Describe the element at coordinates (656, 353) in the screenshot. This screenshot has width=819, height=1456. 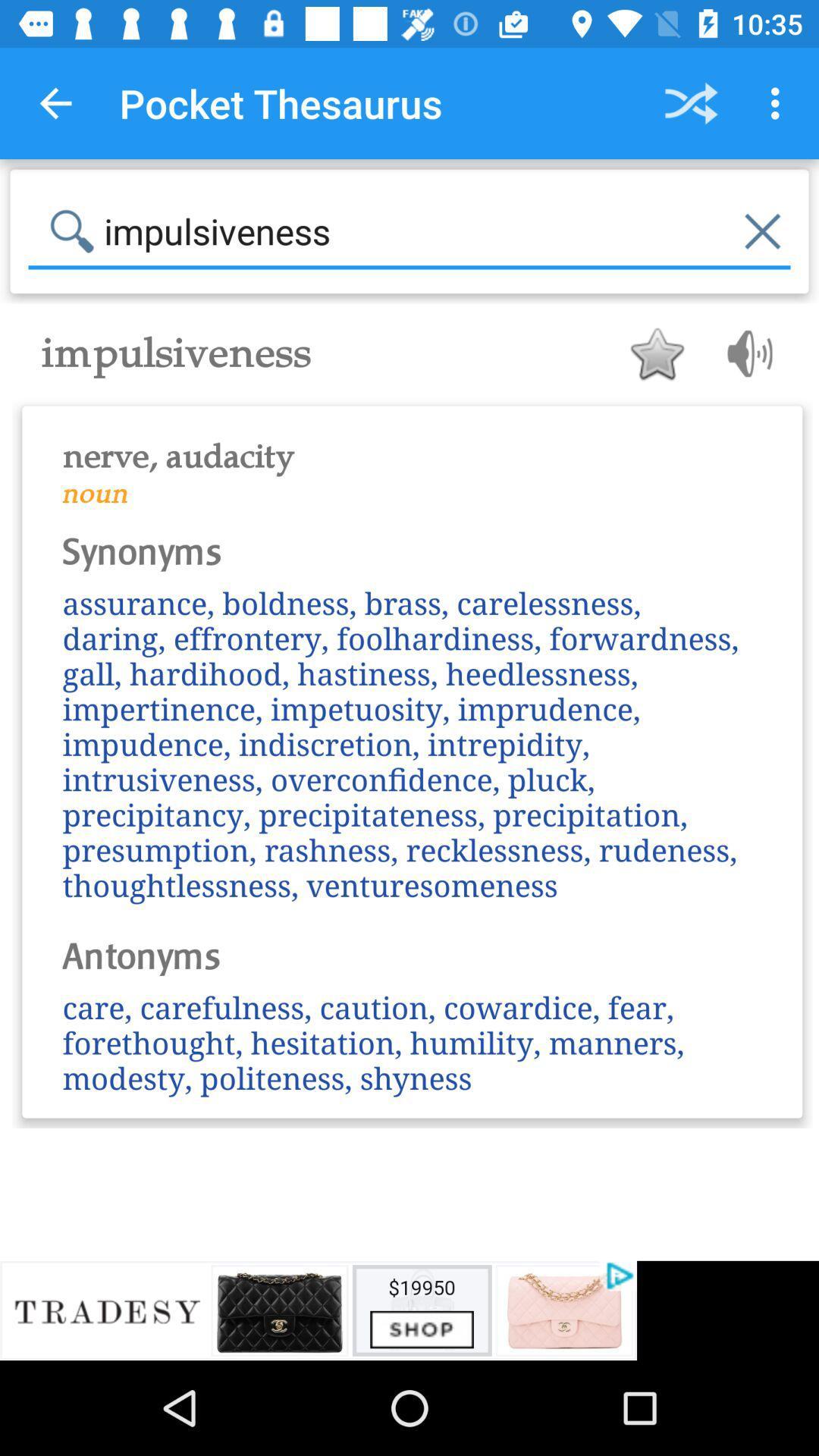
I see `the star icon` at that location.